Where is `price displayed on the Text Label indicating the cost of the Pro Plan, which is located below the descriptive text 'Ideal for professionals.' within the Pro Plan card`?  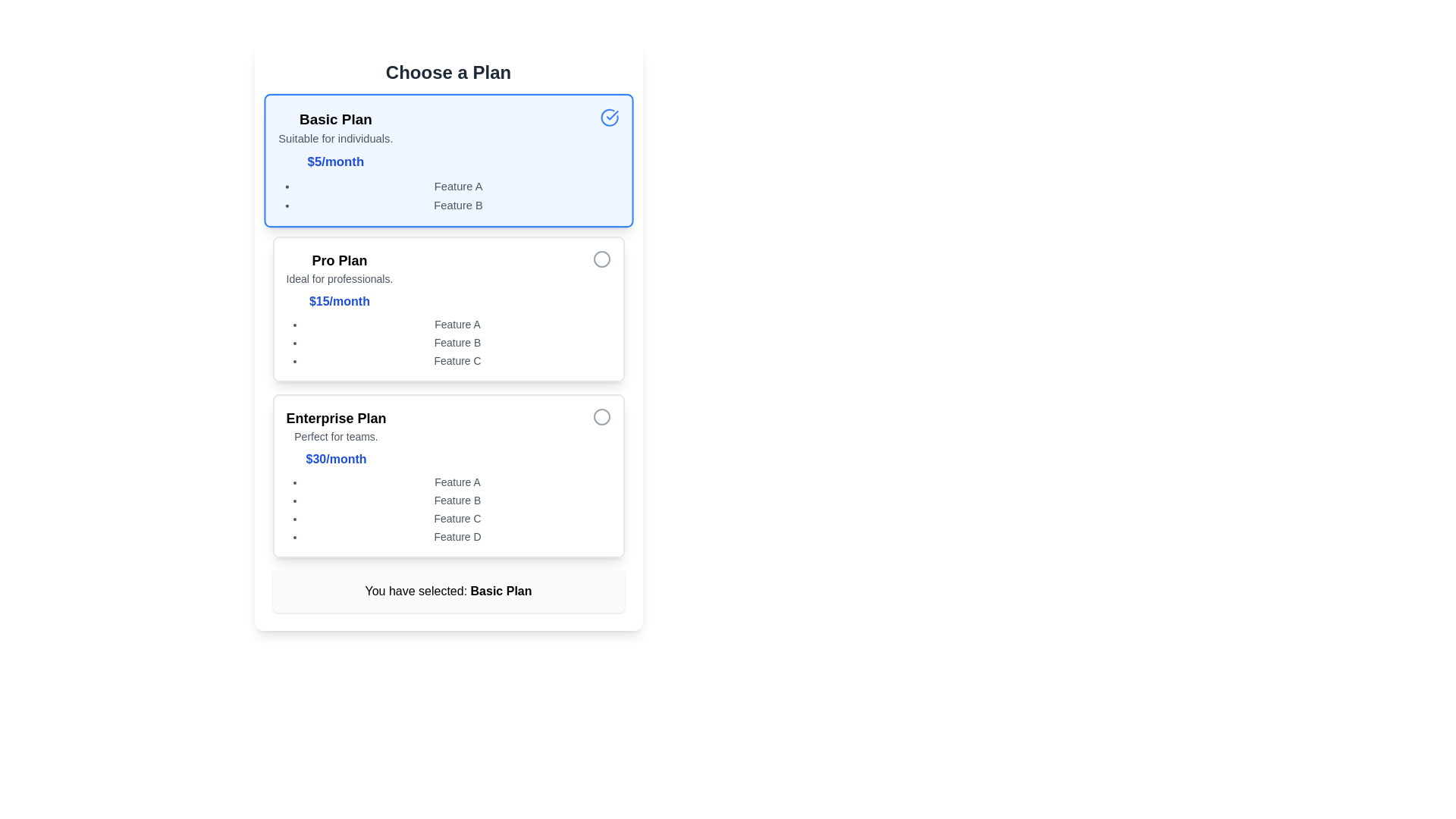 price displayed on the Text Label indicating the cost of the Pro Plan, which is located below the descriptive text 'Ideal for professionals.' within the Pro Plan card is located at coordinates (338, 301).